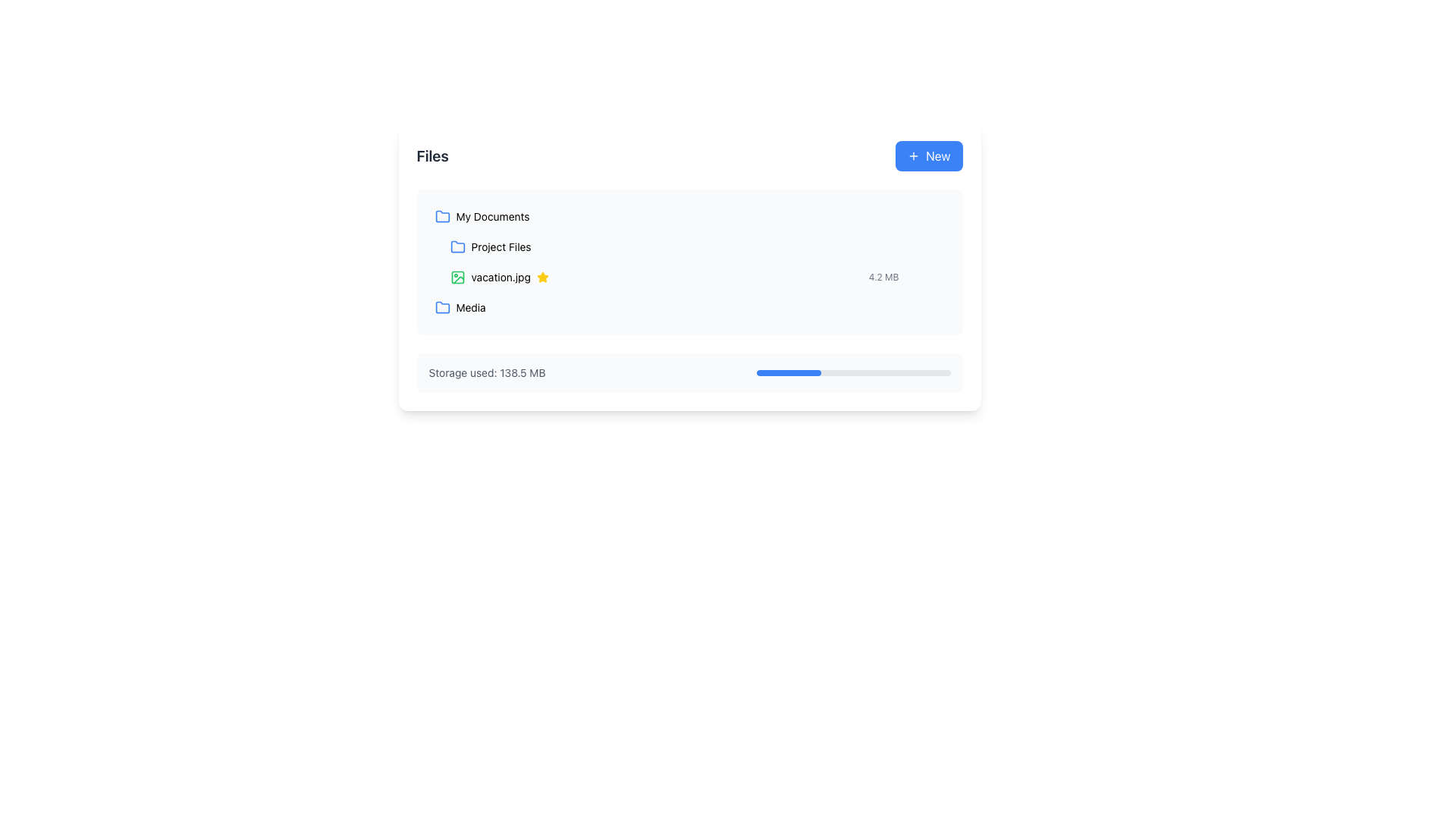 The width and height of the screenshot is (1456, 819). Describe the element at coordinates (441, 307) in the screenshot. I see `the folder icon with a blue outline that appears first in the 'Media' list` at that location.